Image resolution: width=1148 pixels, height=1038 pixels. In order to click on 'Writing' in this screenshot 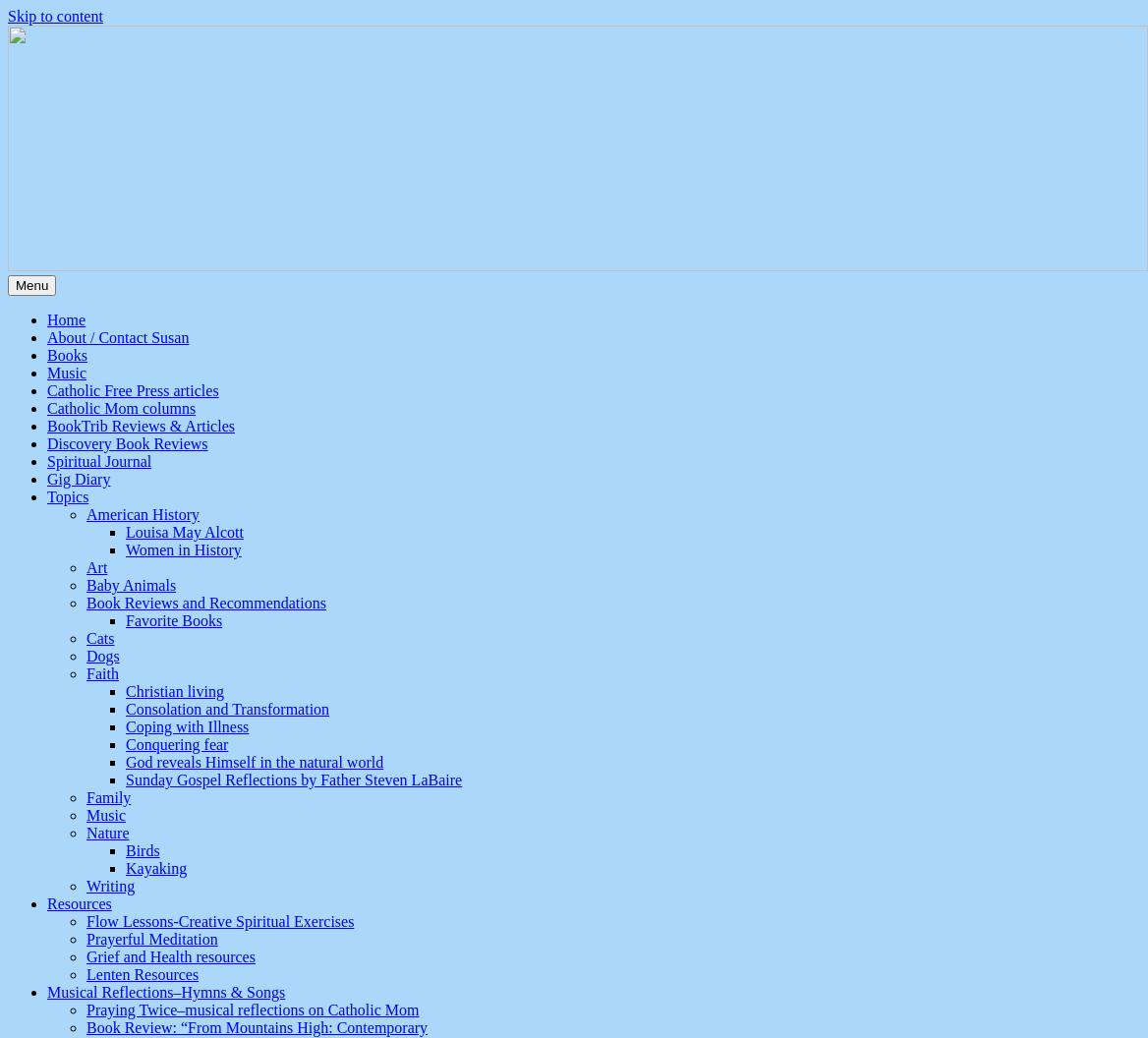, I will do `click(109, 885)`.